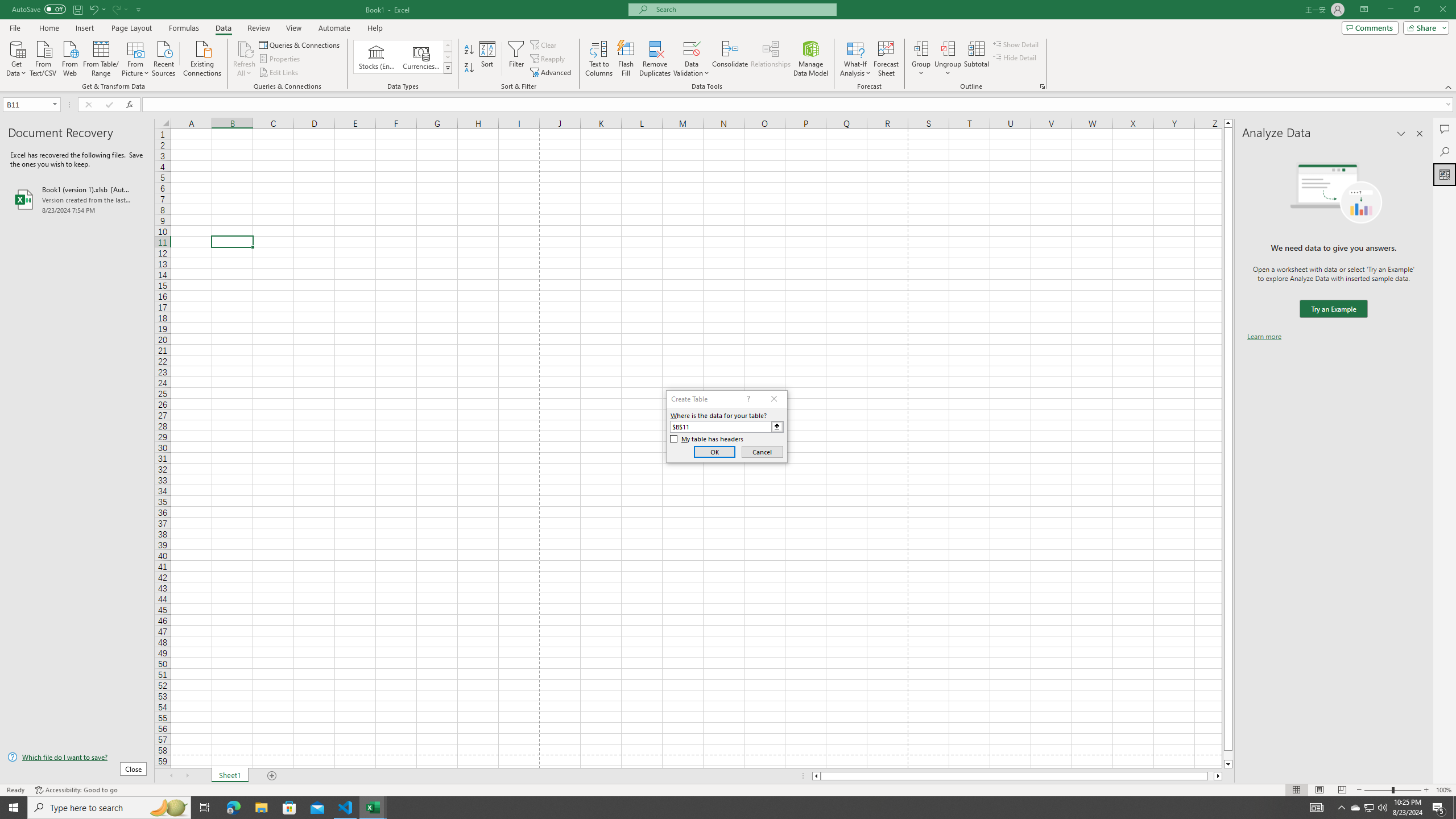 The image size is (1456, 819). I want to click on 'Sort...', so click(487, 59).